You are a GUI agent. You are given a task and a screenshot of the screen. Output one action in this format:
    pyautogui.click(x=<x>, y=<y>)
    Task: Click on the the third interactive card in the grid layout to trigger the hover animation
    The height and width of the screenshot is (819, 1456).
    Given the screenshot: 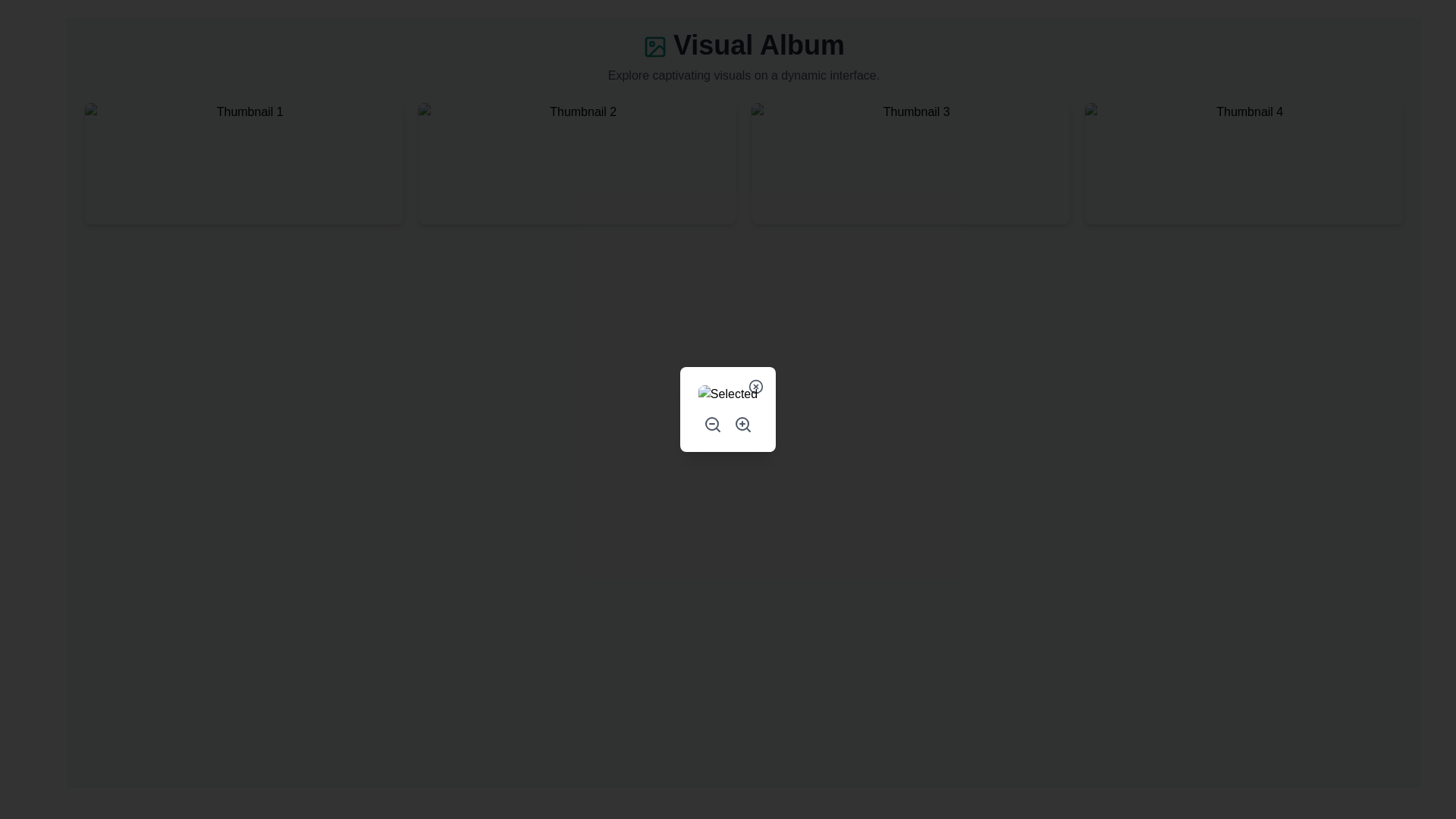 What is the action you would take?
    pyautogui.click(x=910, y=164)
    